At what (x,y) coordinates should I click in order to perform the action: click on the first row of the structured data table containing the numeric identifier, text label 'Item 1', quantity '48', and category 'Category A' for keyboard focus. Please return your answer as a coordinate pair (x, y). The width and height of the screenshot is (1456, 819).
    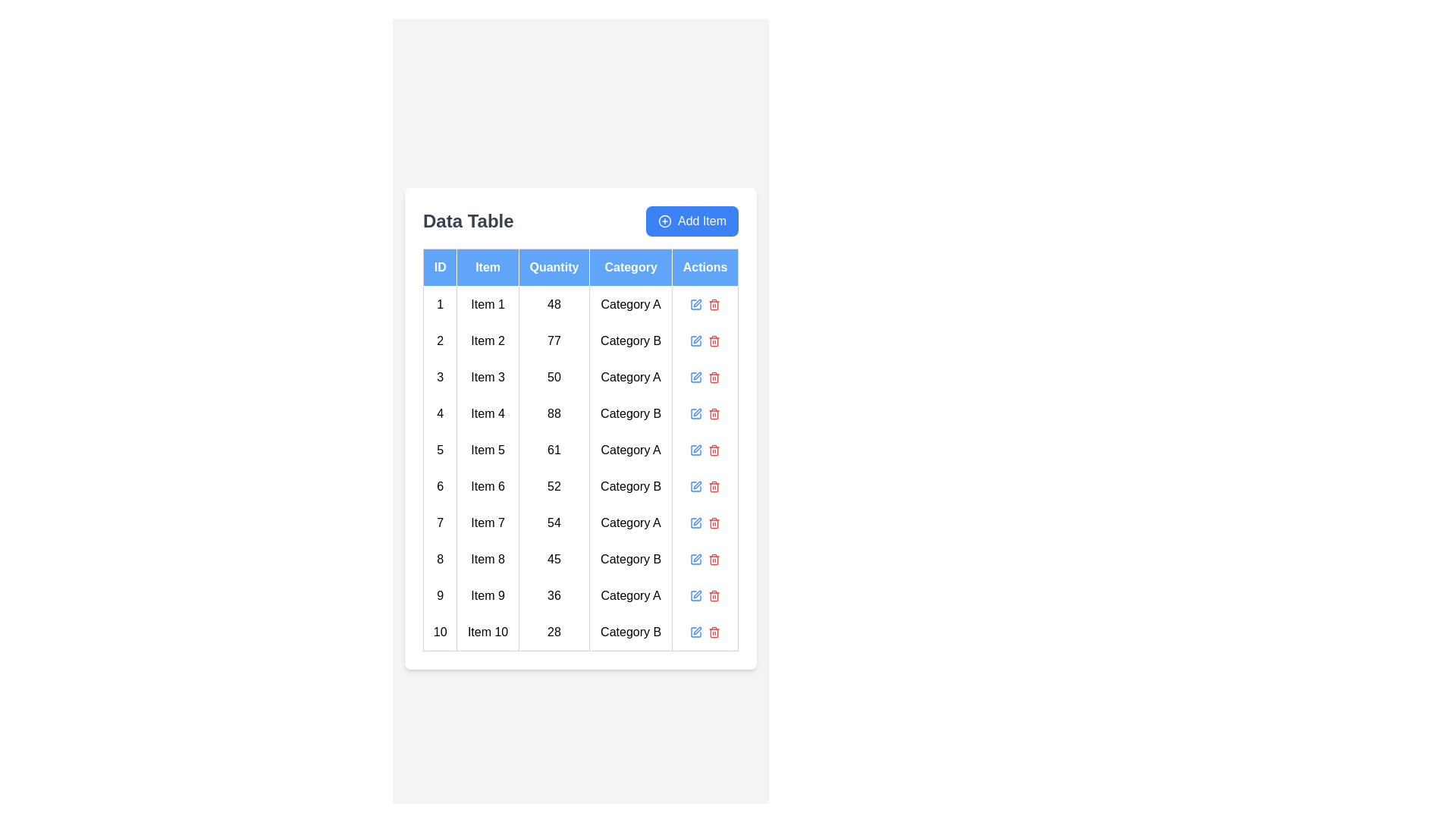
    Looking at the image, I should click on (580, 304).